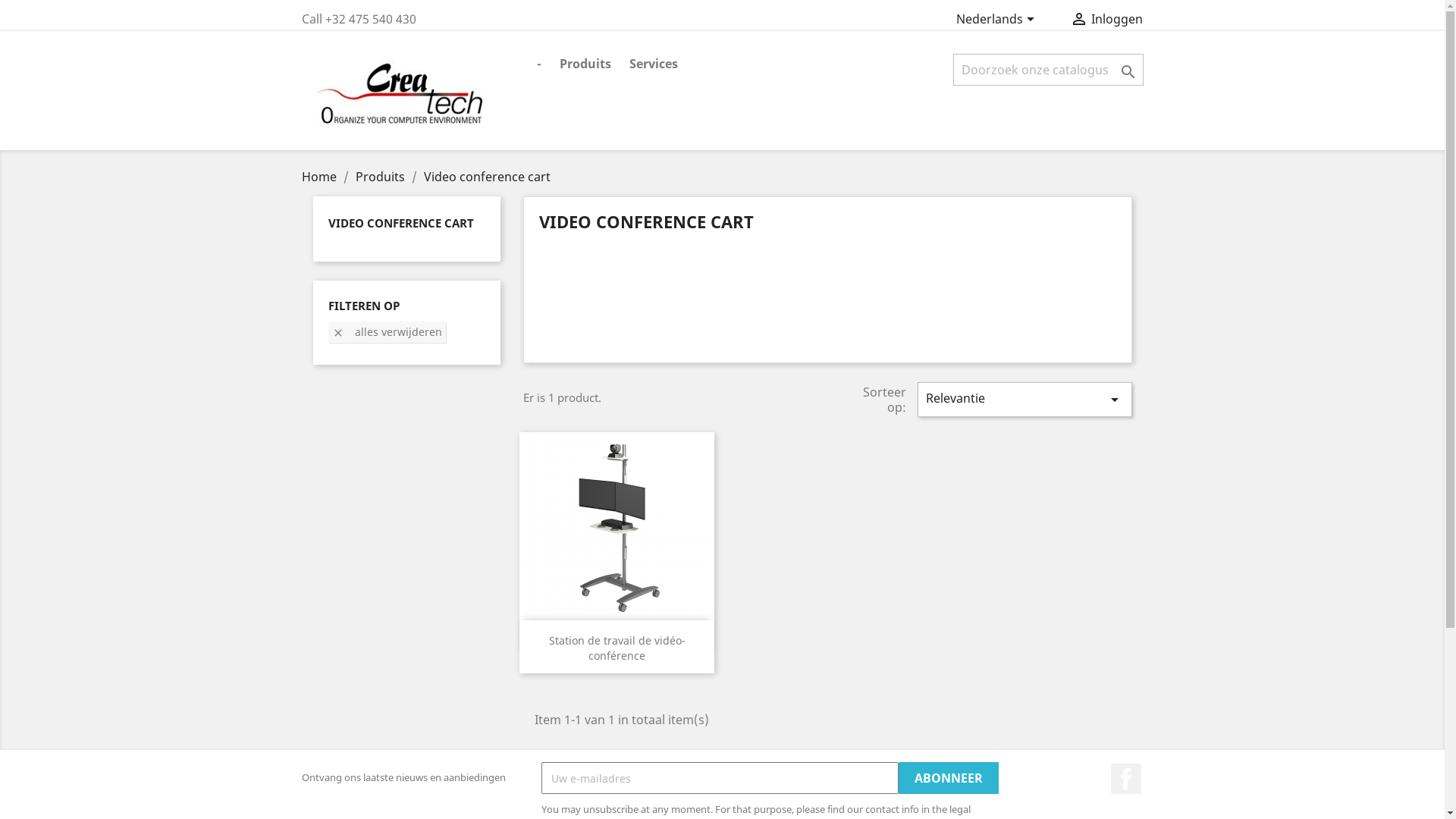  Describe the element at coordinates (948, 778) in the screenshot. I see `'Abonneer'` at that location.